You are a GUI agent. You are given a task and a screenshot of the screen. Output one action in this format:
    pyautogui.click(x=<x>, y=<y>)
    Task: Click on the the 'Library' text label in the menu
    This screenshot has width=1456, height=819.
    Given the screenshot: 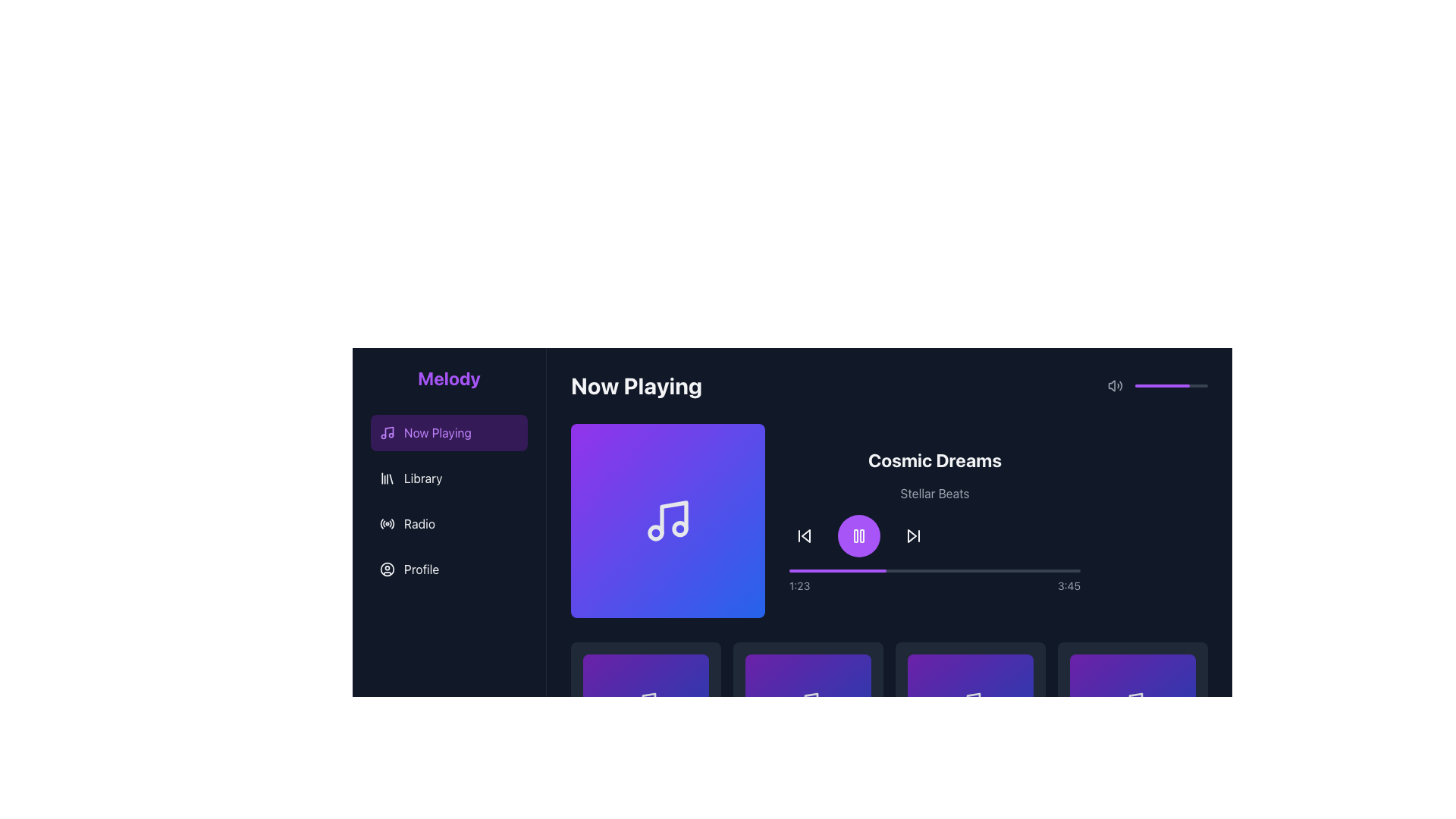 What is the action you would take?
    pyautogui.click(x=423, y=479)
    